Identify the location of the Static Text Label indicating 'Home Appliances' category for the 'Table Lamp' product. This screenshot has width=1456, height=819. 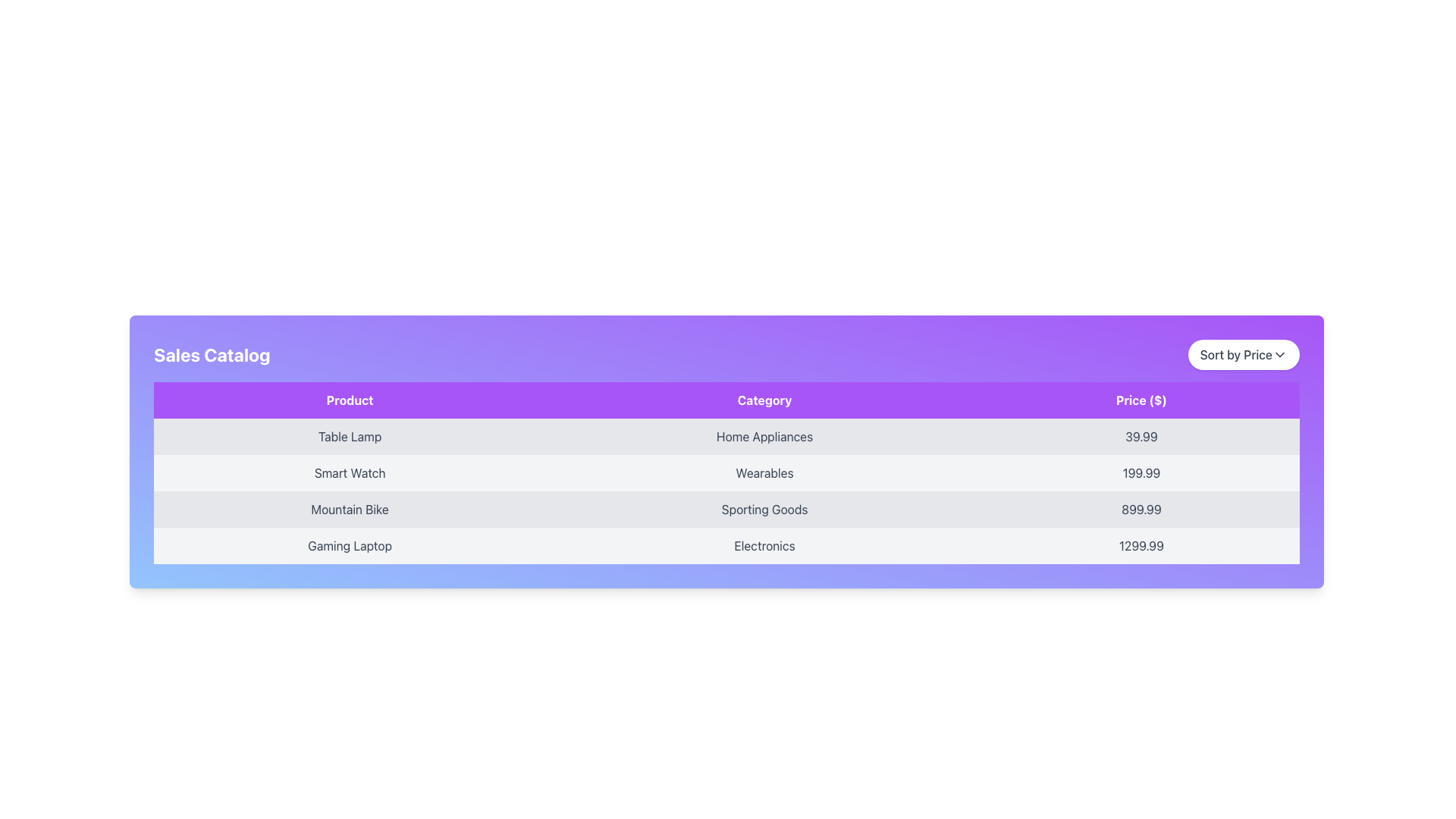
(764, 436).